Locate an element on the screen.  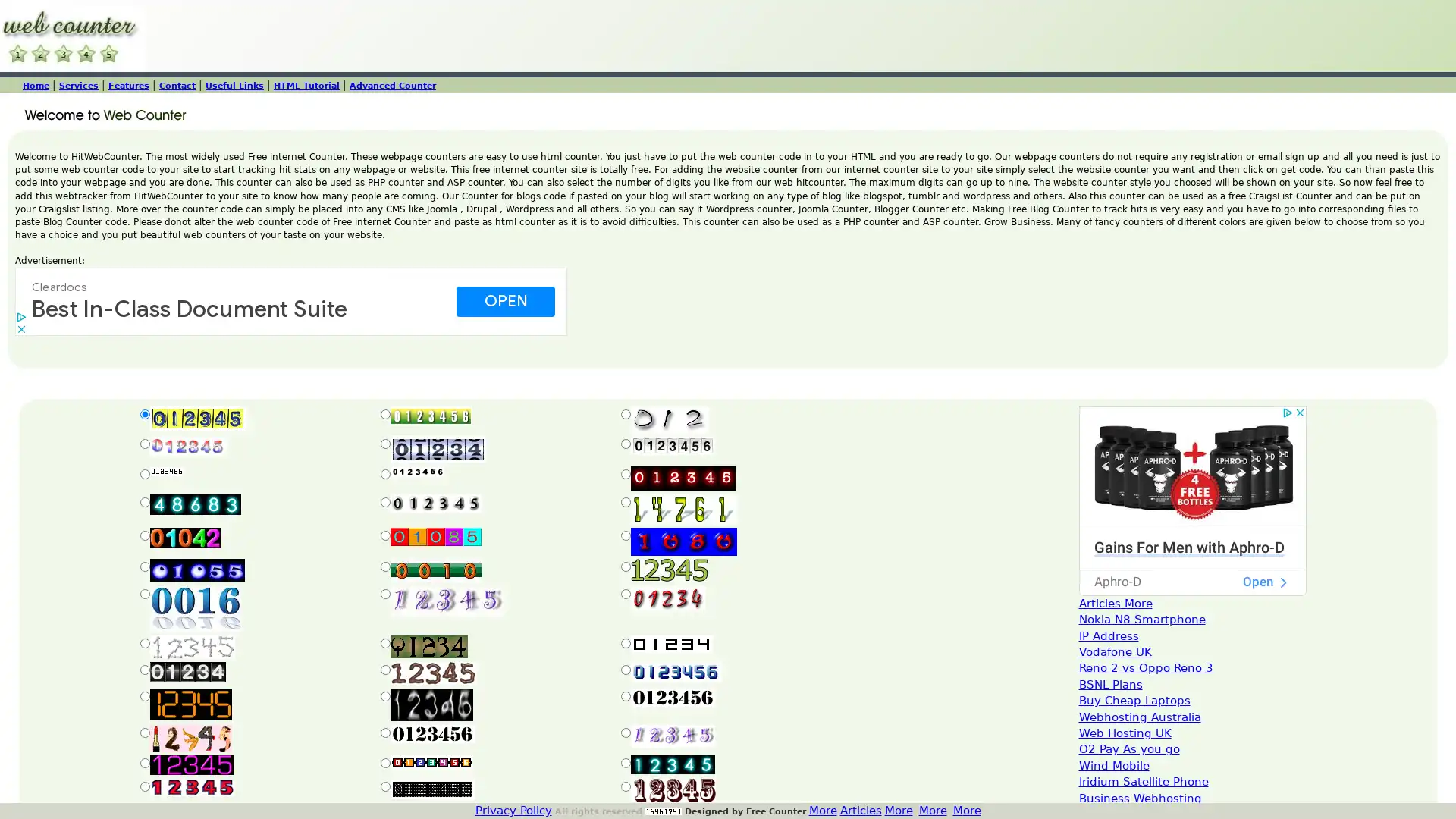
Submit is located at coordinates (191, 765).